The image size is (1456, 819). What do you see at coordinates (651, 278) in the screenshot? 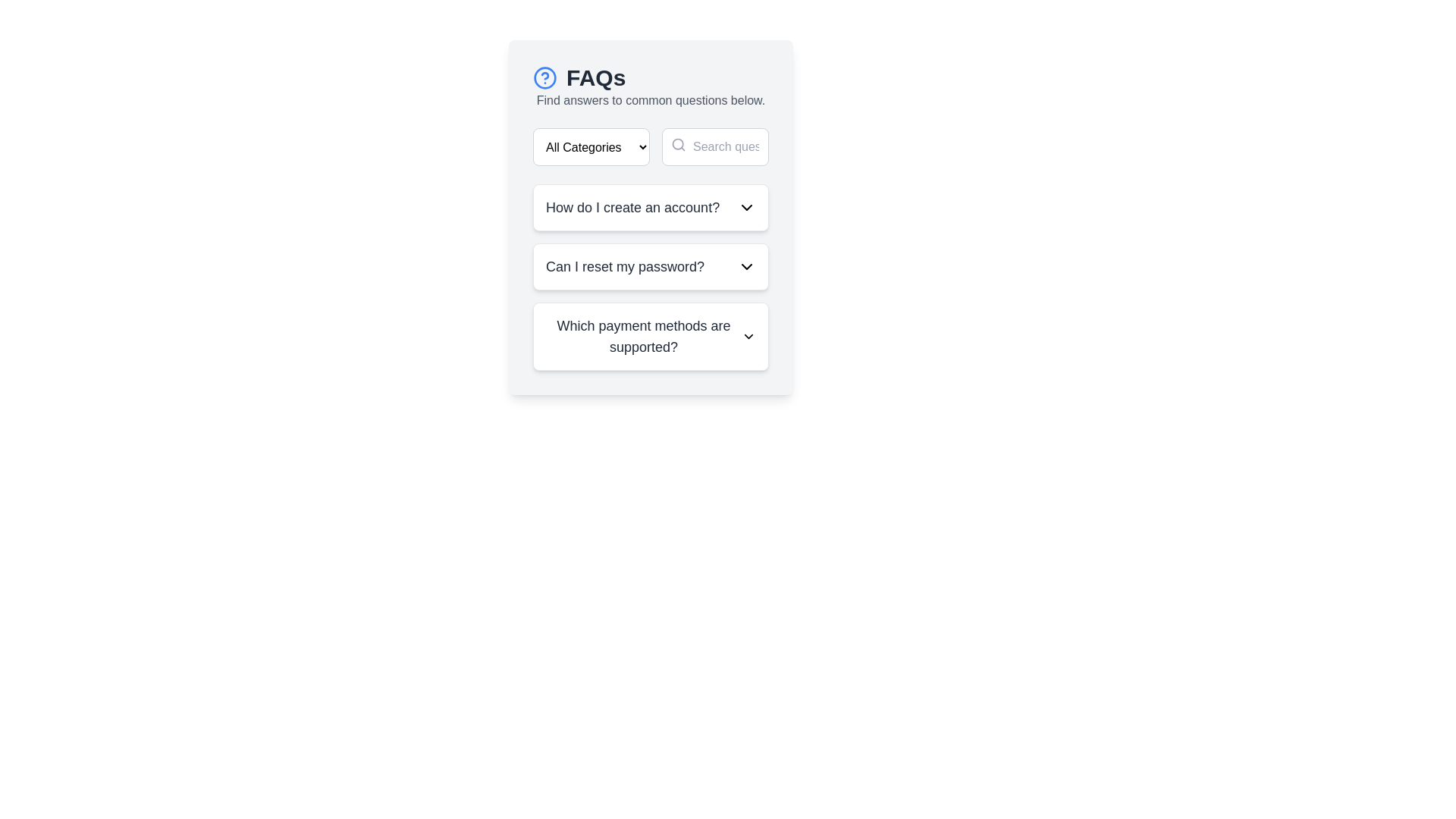
I see `the second Collapsible FAQ item labeled 'Can I reset my password?'` at bounding box center [651, 278].